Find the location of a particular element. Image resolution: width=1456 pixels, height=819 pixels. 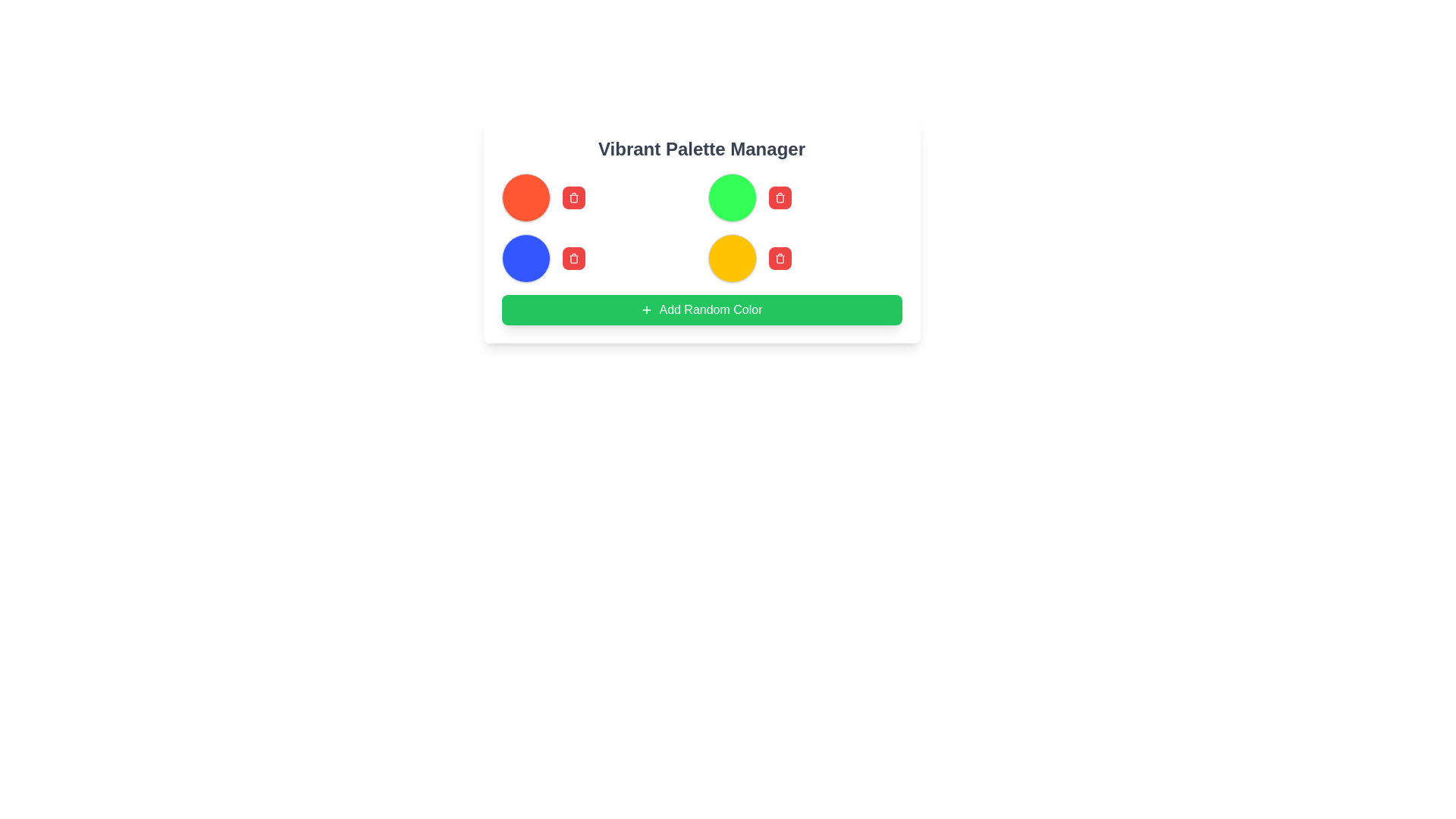

the first circular color selection element in the palette management interface is located at coordinates (526, 197).